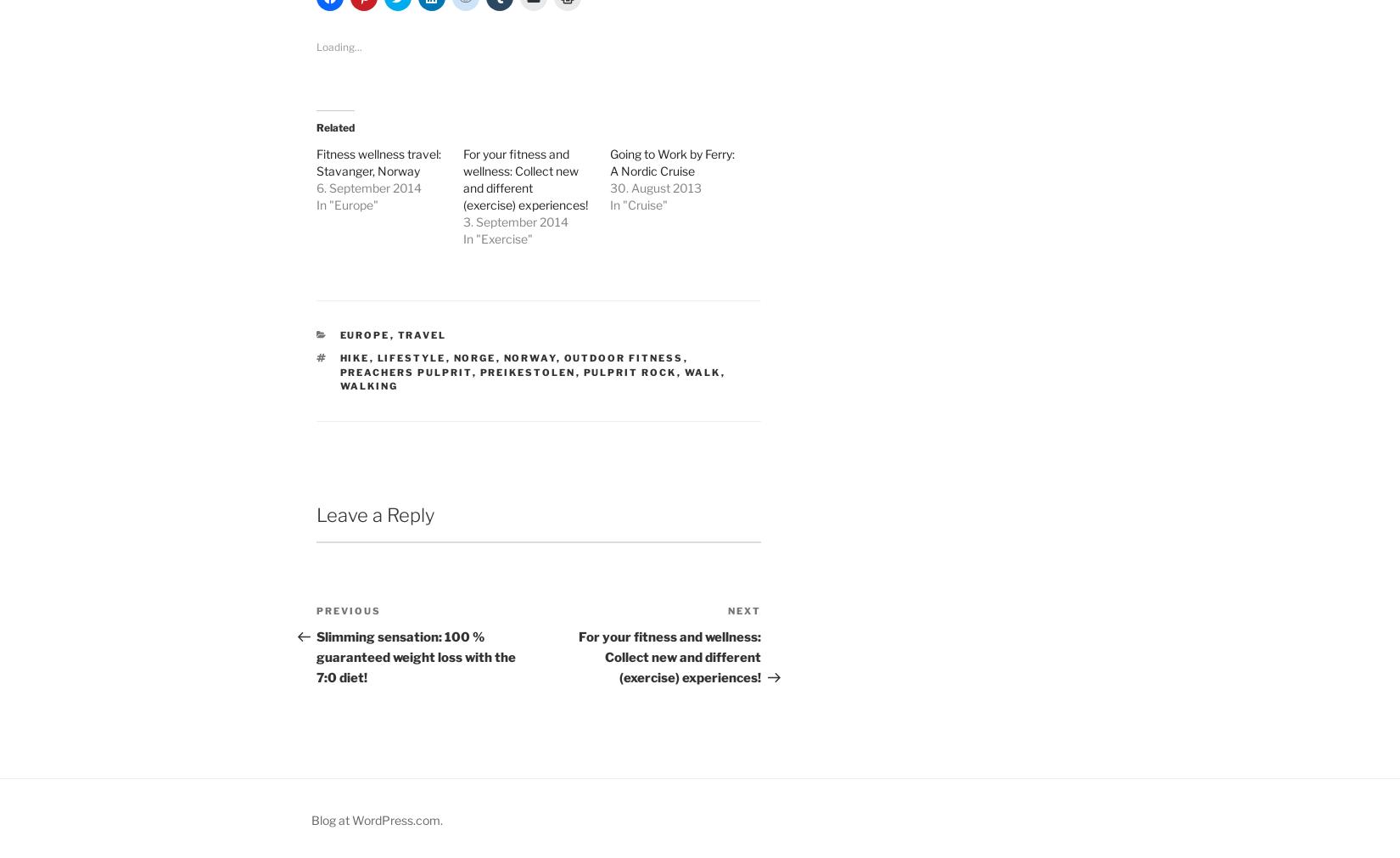  What do you see at coordinates (473, 356) in the screenshot?
I see `'Norge'` at bounding box center [473, 356].